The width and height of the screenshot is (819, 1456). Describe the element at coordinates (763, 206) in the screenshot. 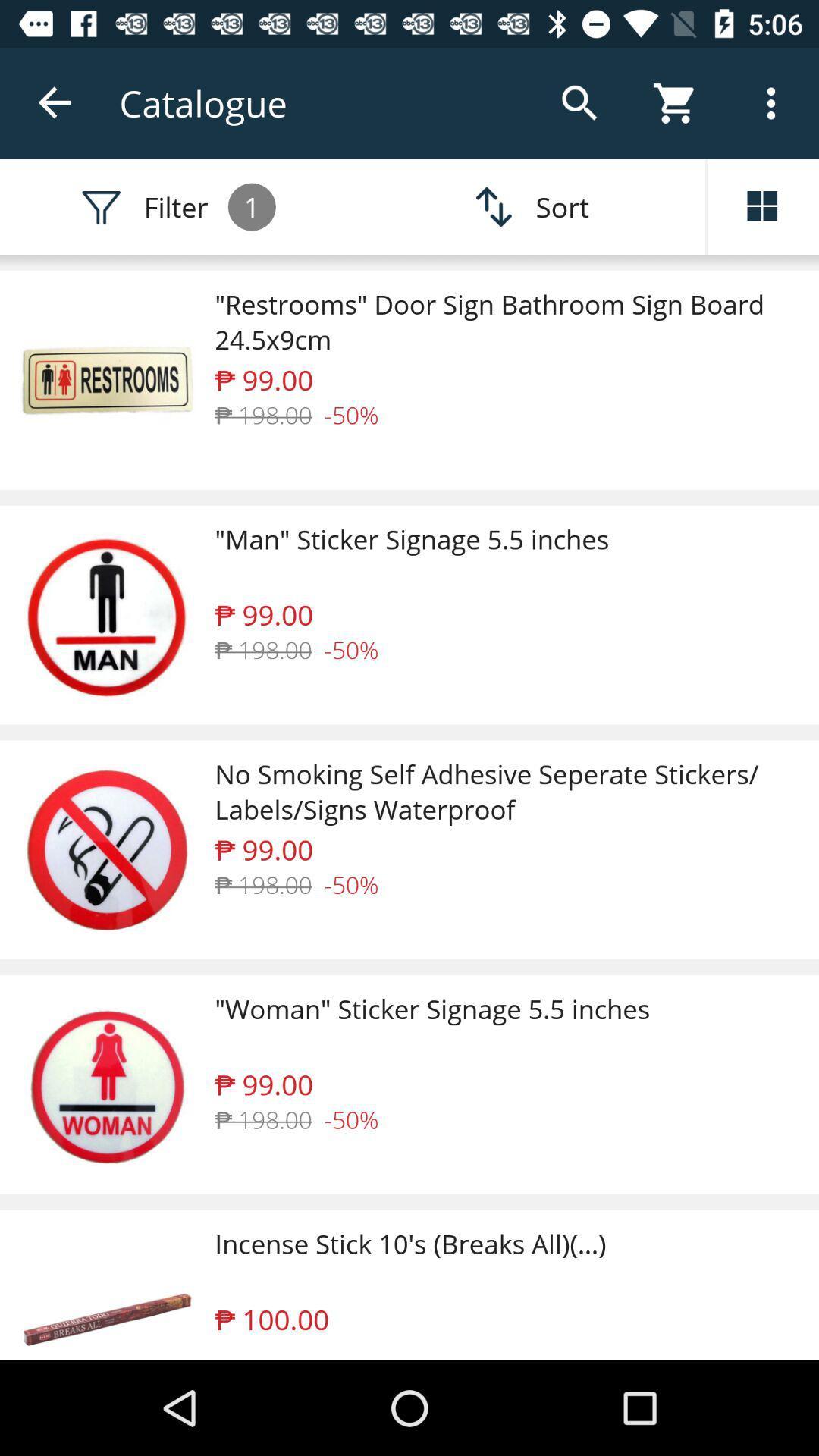

I see `change layout` at that location.